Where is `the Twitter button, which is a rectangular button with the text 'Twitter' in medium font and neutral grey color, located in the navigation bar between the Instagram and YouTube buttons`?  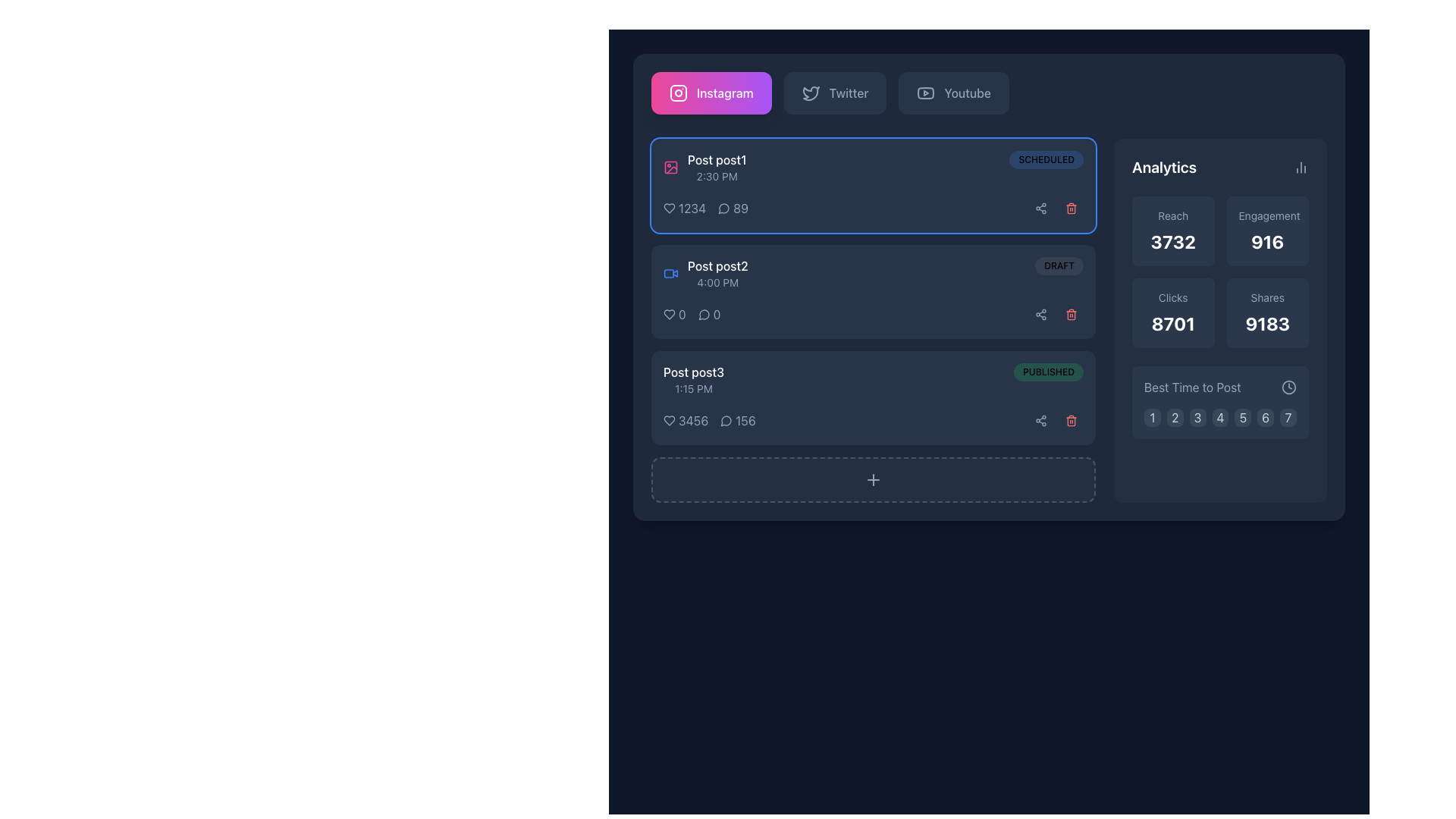
the Twitter button, which is a rectangular button with the text 'Twitter' in medium font and neutral grey color, located in the navigation bar between the Instagram and YouTube buttons is located at coordinates (848, 93).